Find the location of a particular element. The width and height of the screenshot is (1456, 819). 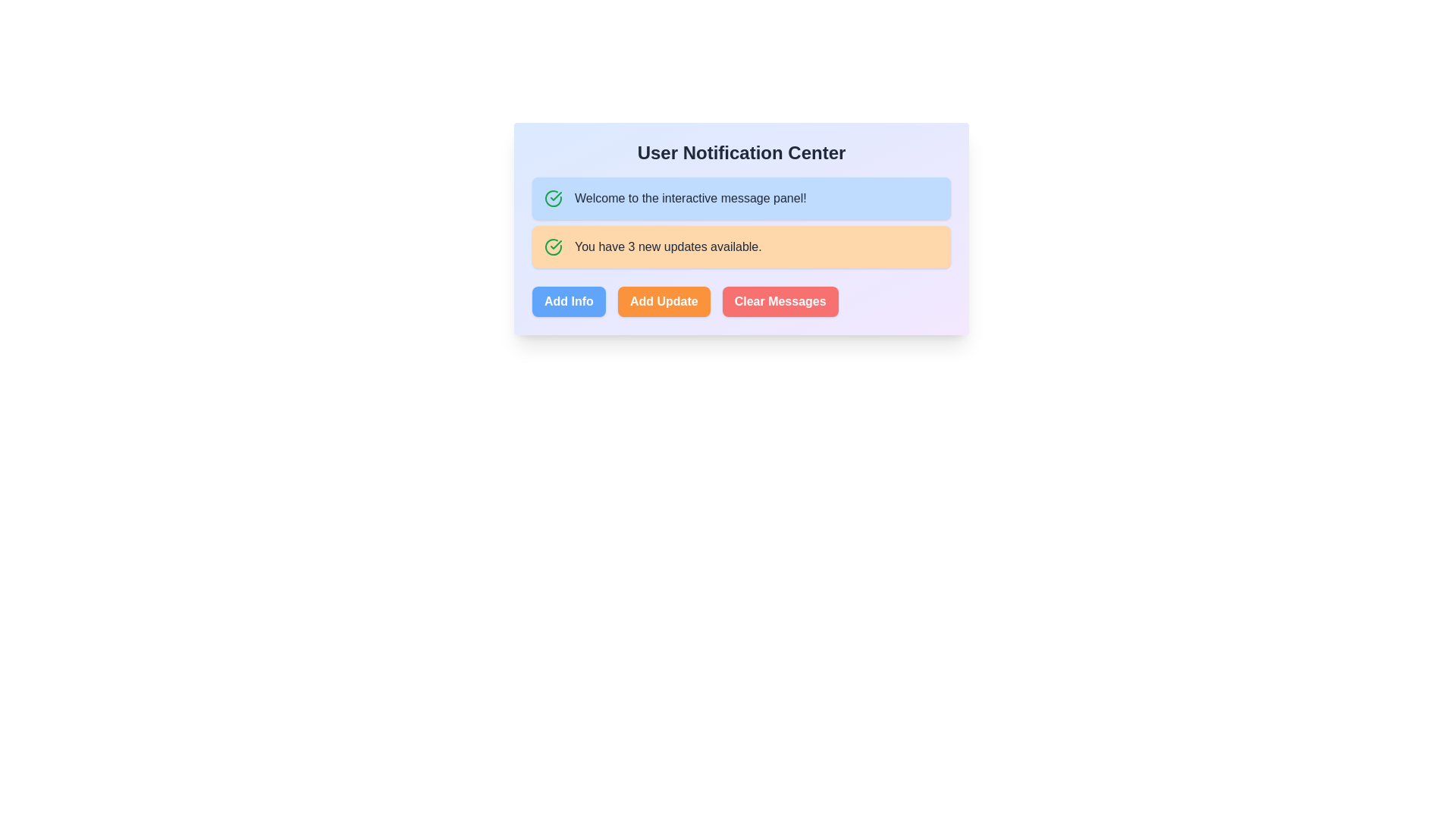

the 'Add Update' button located centrally between 'Add Info' and 'Clear Messages' in the notification panel is located at coordinates (664, 301).